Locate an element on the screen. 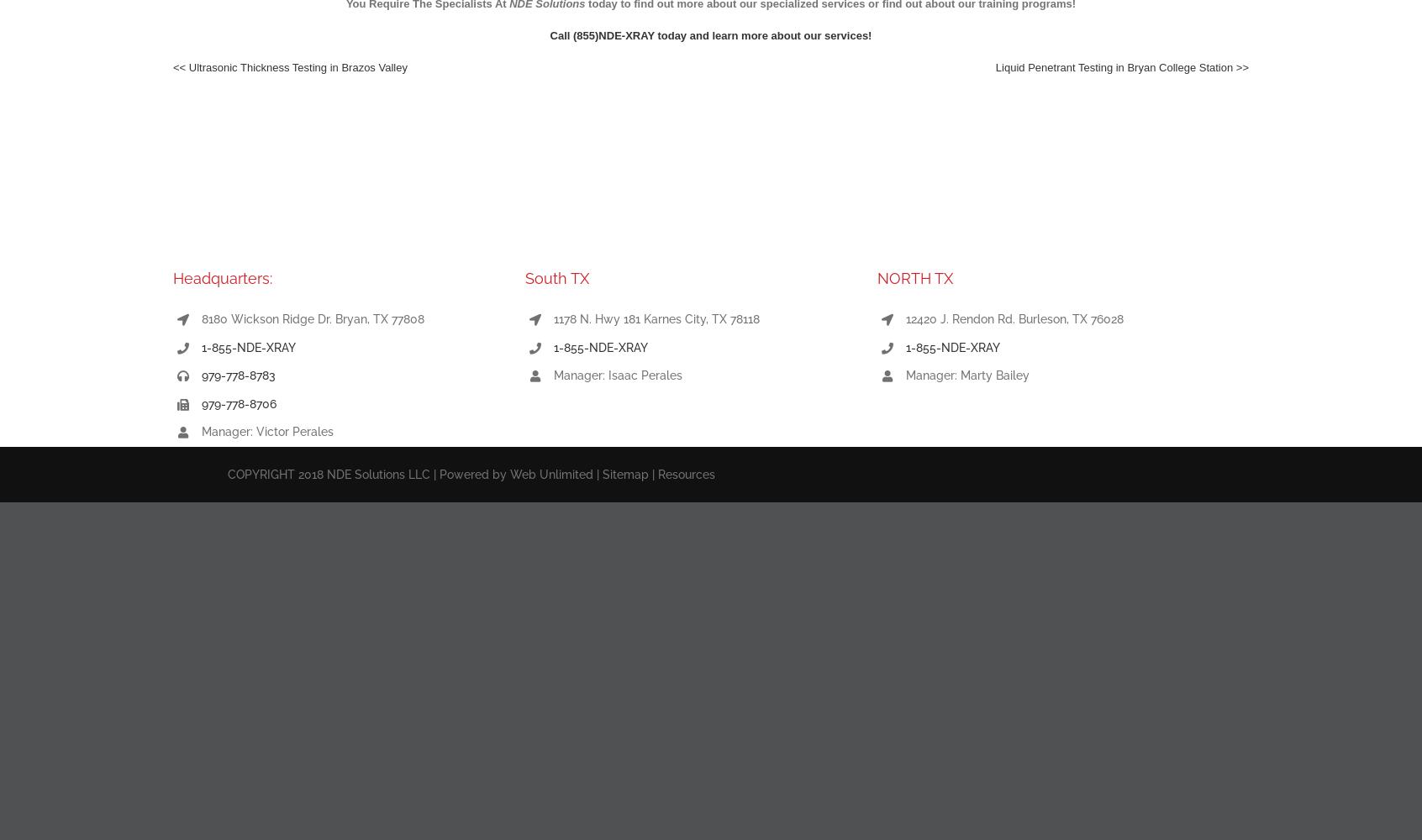  'COPYRIGHT 2018 NDE Solutions LLC | Powered by' is located at coordinates (368, 474).